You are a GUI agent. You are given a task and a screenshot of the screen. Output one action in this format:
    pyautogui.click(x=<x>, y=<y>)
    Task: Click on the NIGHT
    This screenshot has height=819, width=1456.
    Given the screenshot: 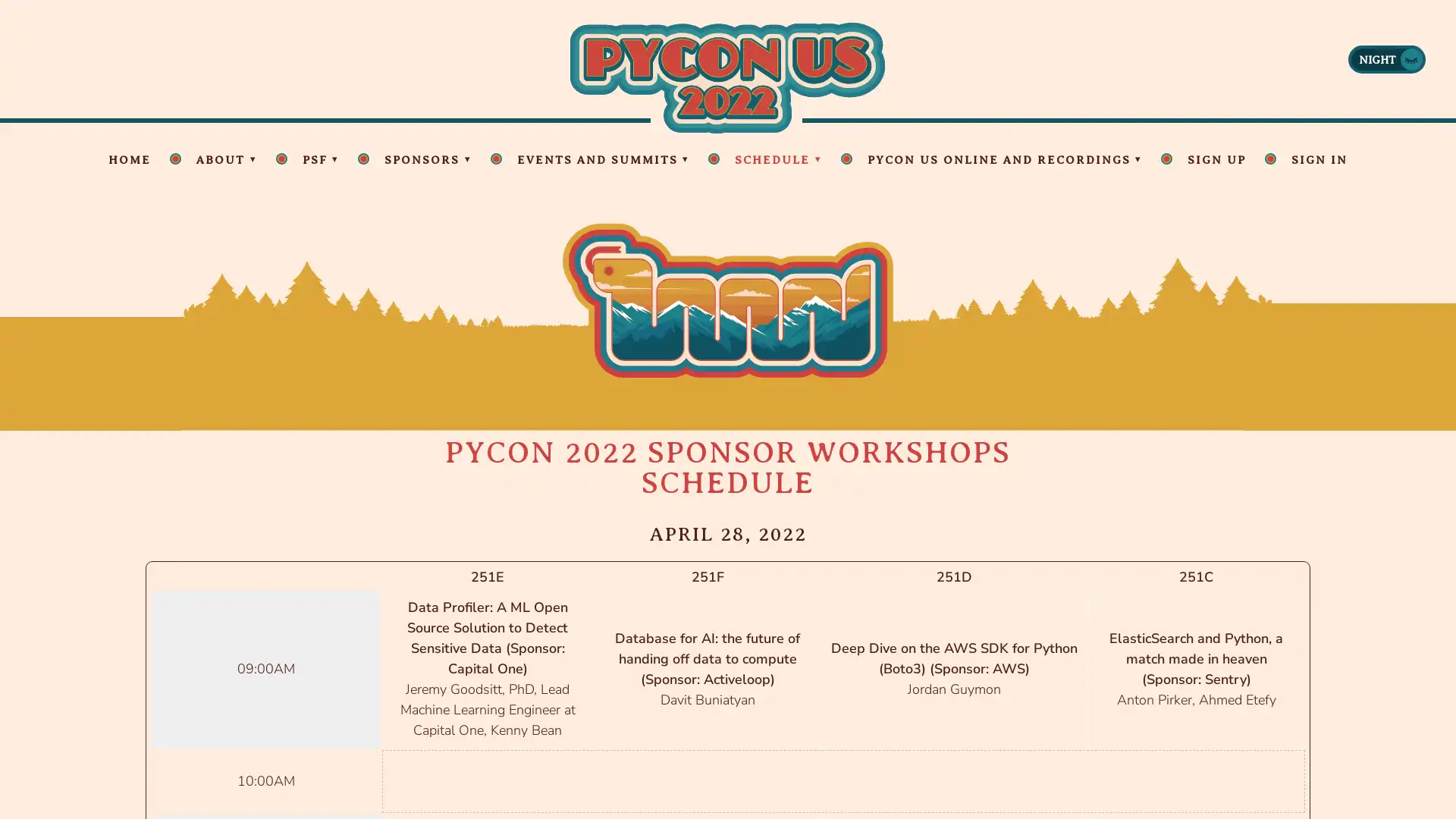 What is the action you would take?
    pyautogui.click(x=1386, y=58)
    